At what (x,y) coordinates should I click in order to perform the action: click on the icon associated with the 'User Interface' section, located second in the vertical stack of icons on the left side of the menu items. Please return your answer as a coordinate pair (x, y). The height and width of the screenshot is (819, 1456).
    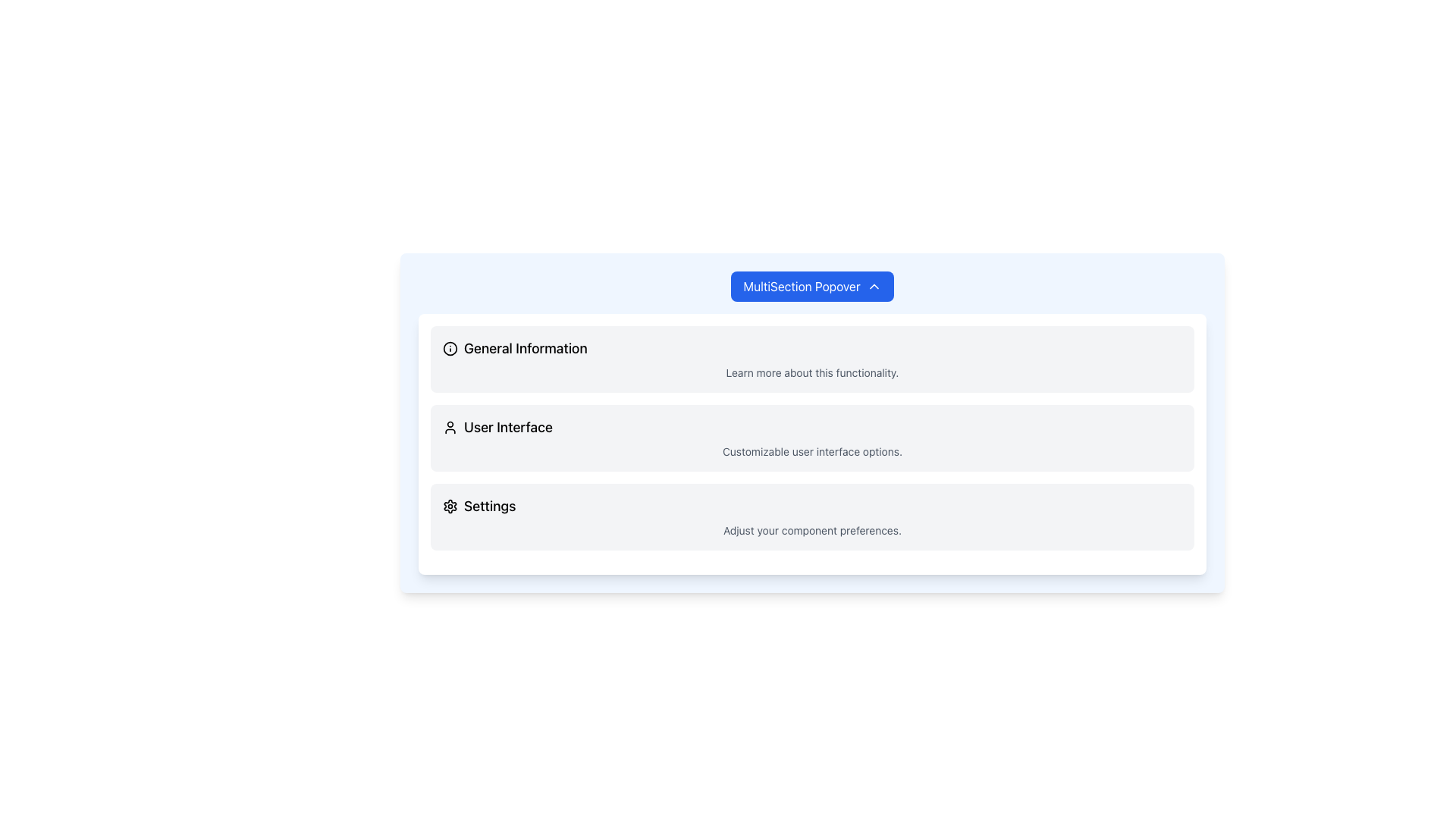
    Looking at the image, I should click on (450, 427).